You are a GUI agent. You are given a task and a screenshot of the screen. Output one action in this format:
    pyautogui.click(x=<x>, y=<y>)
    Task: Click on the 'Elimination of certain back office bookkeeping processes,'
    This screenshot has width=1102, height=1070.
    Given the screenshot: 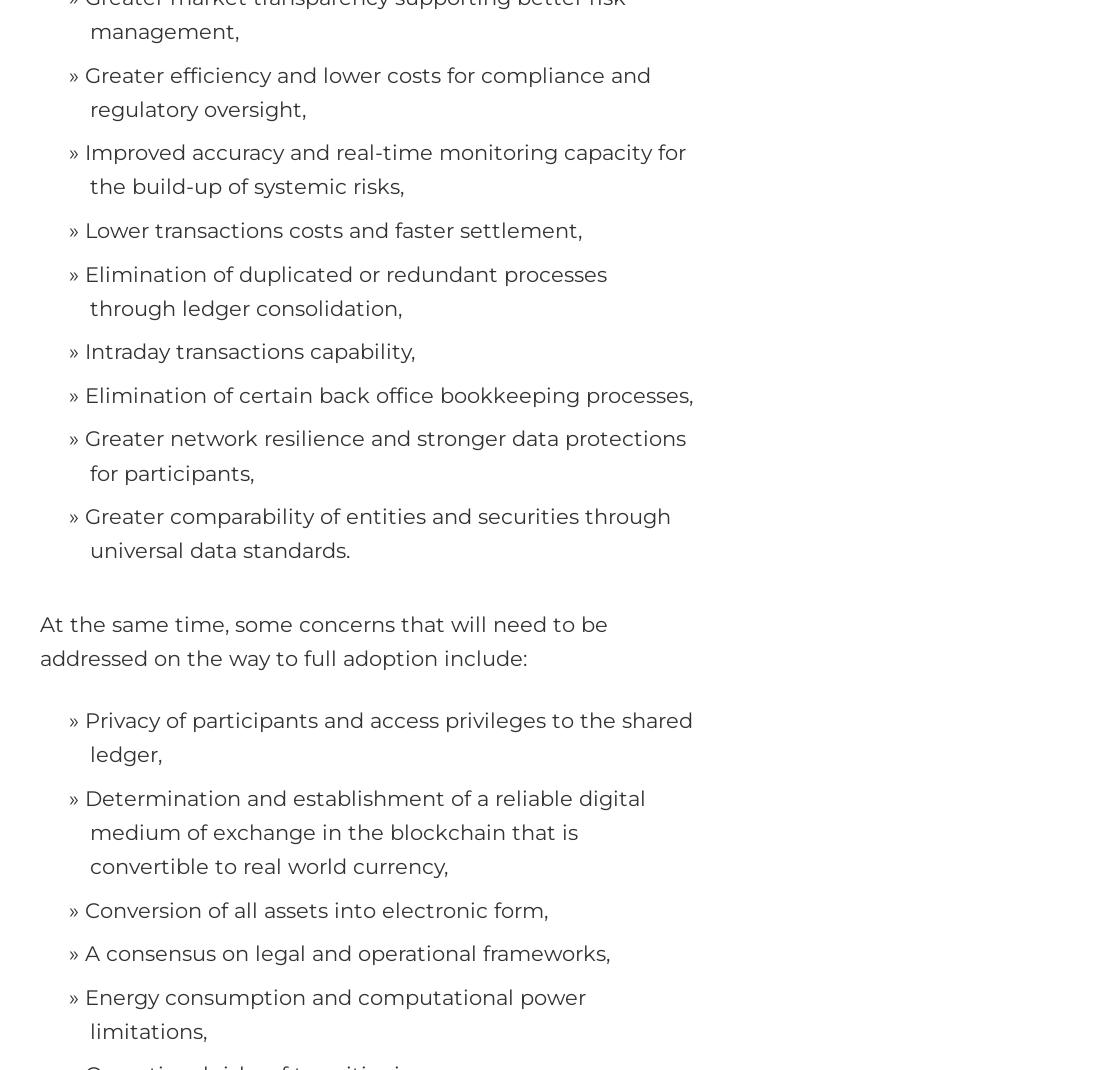 What is the action you would take?
    pyautogui.click(x=389, y=393)
    